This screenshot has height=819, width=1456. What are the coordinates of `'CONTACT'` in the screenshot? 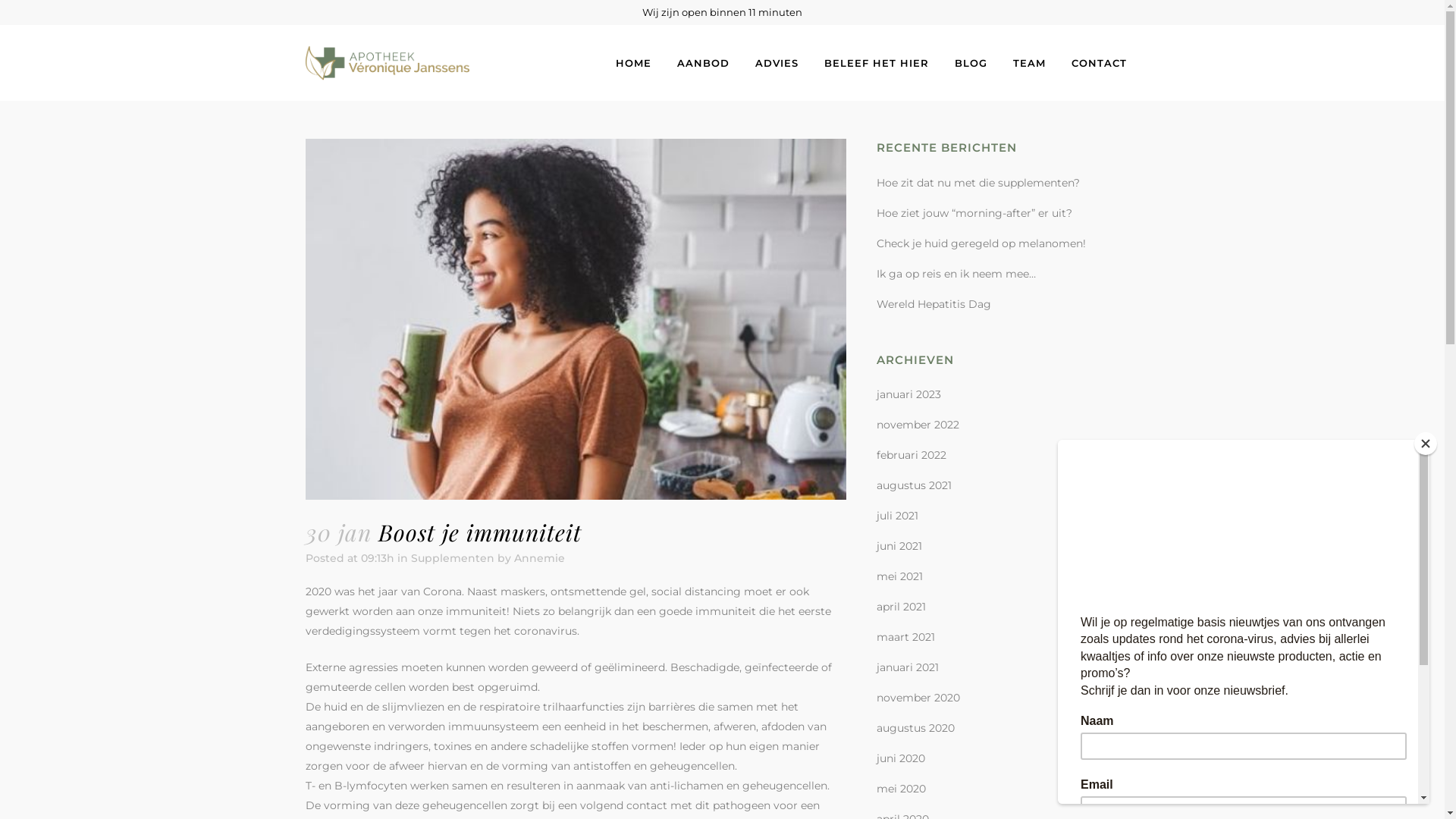 It's located at (1099, 62).